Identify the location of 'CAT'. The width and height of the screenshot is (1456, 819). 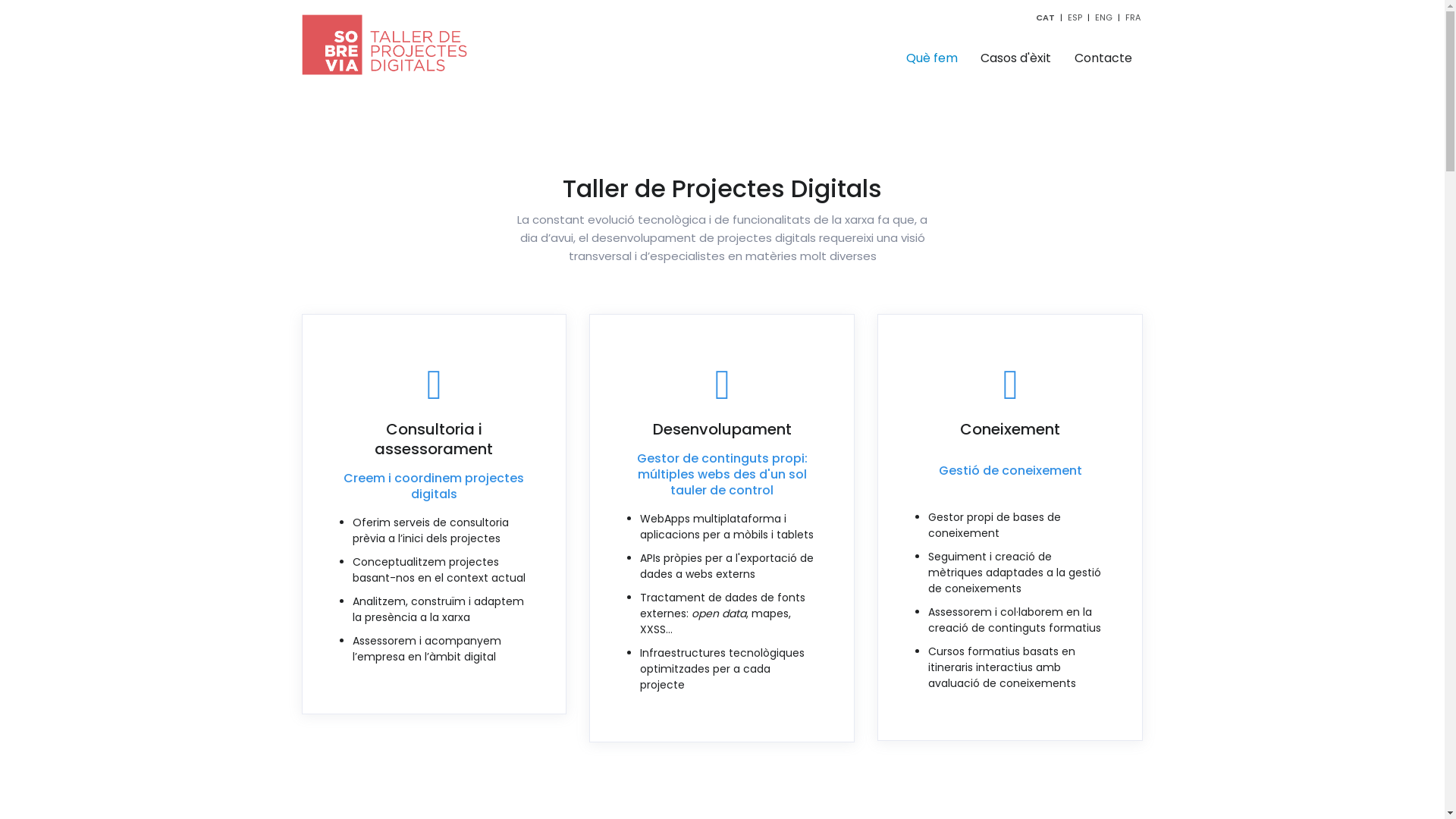
(1035, 17).